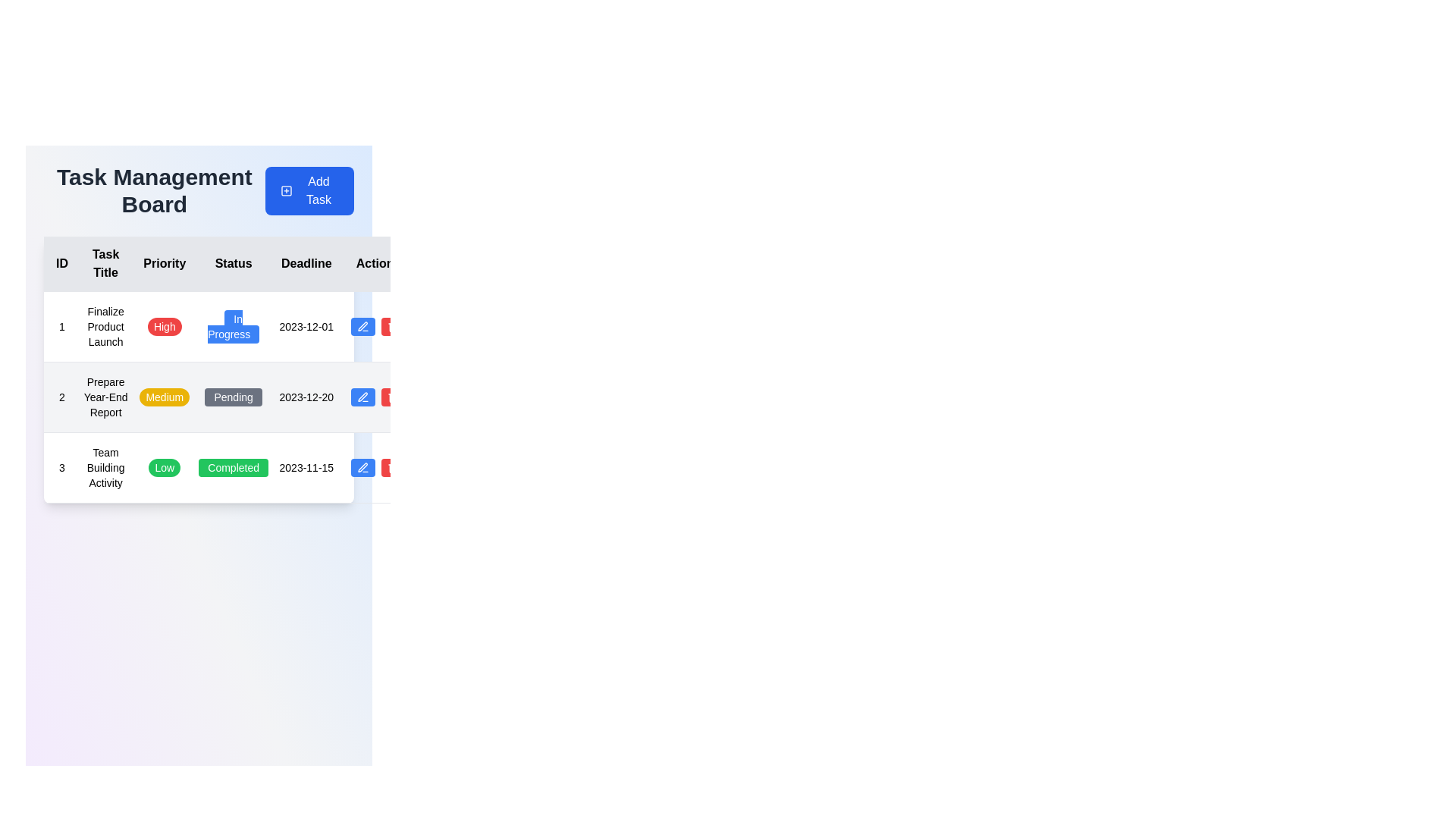  I want to click on the 'In Progress' status badge, which is a rectangular badge with rounded corners, a blue background, and white text in a sans-serif font, located in the 'Status' column of the first row of the task management table, so click(233, 326).